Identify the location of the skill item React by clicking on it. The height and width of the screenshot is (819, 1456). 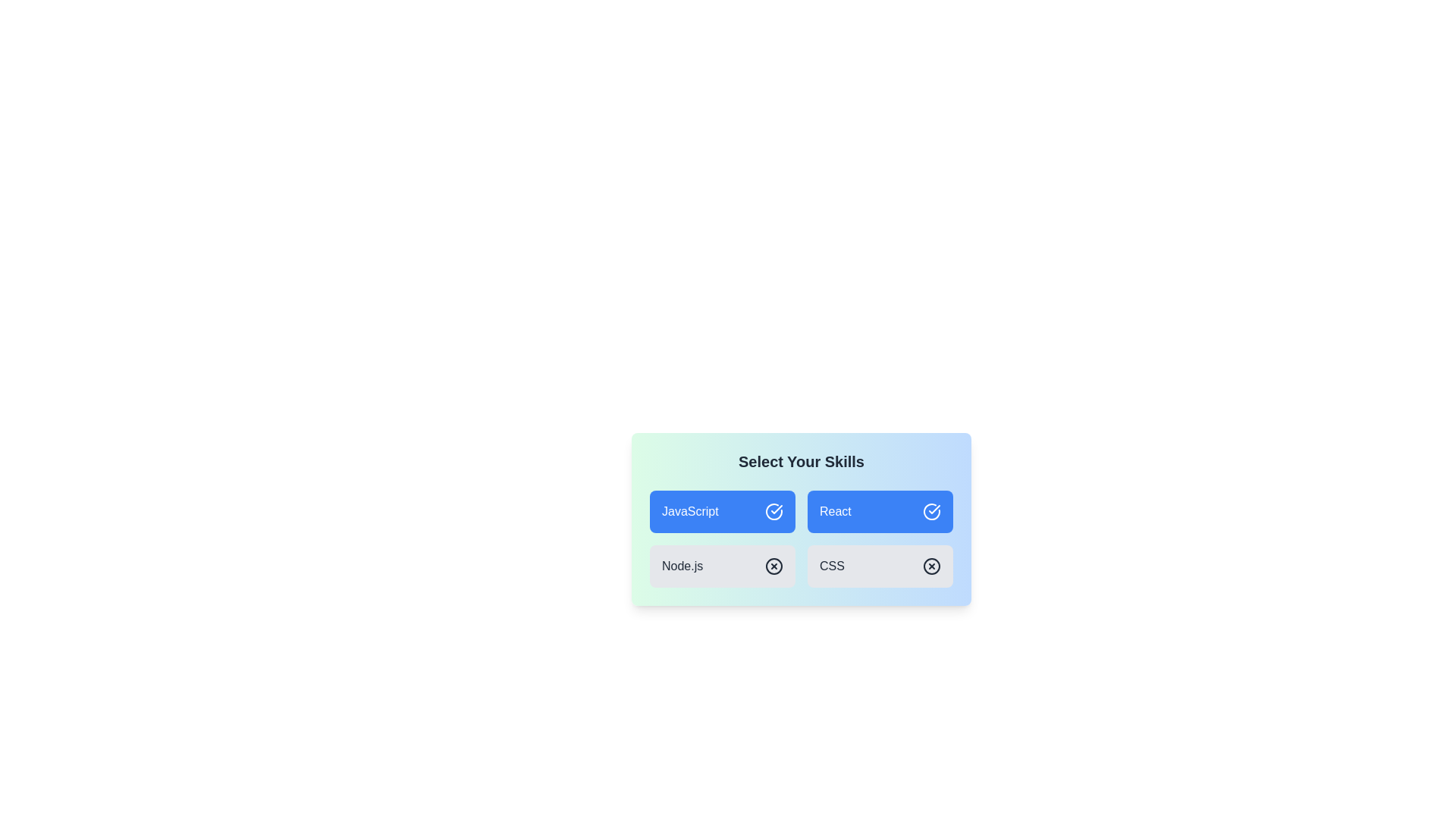
(880, 512).